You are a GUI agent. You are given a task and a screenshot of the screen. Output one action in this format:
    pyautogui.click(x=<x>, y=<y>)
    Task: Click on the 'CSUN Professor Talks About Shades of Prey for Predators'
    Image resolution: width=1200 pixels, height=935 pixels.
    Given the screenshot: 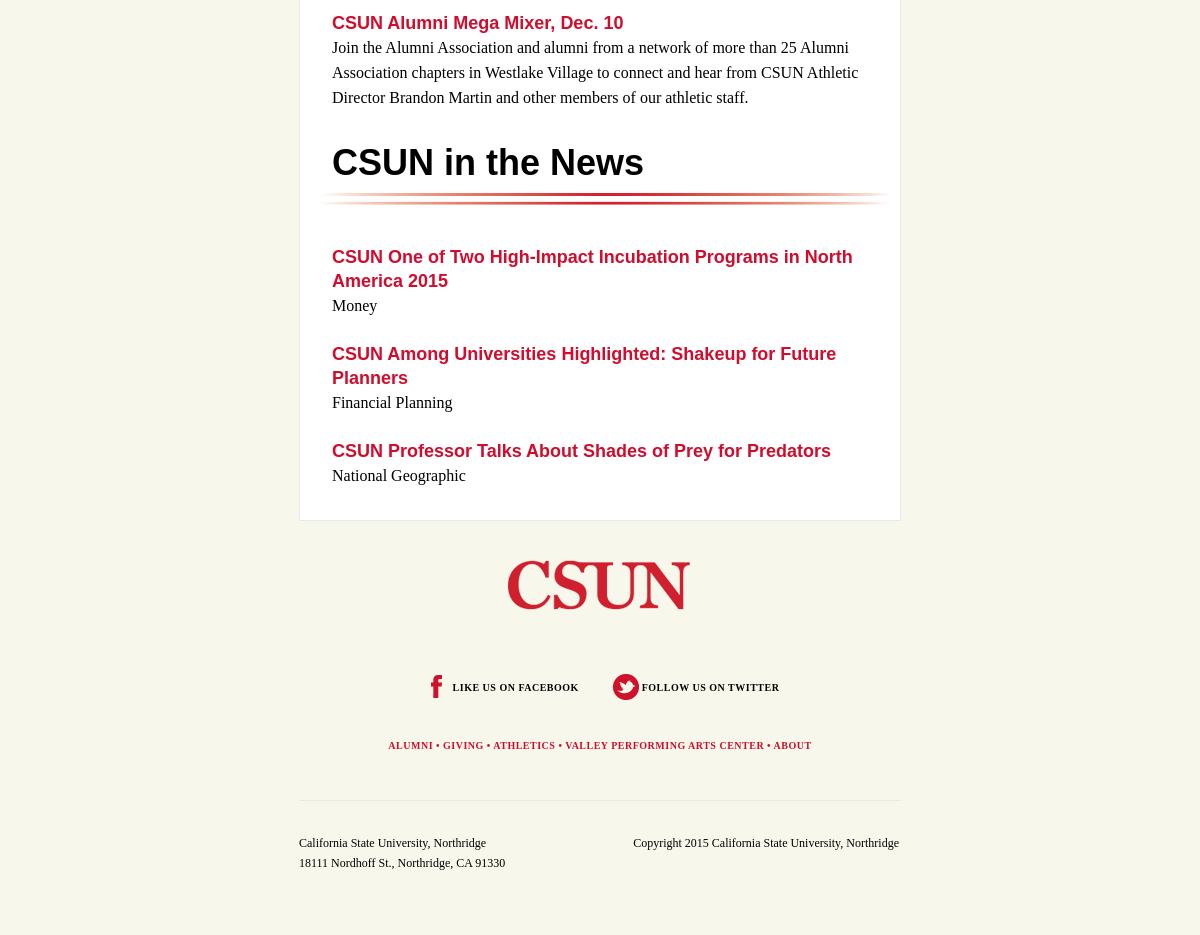 What is the action you would take?
    pyautogui.click(x=580, y=450)
    